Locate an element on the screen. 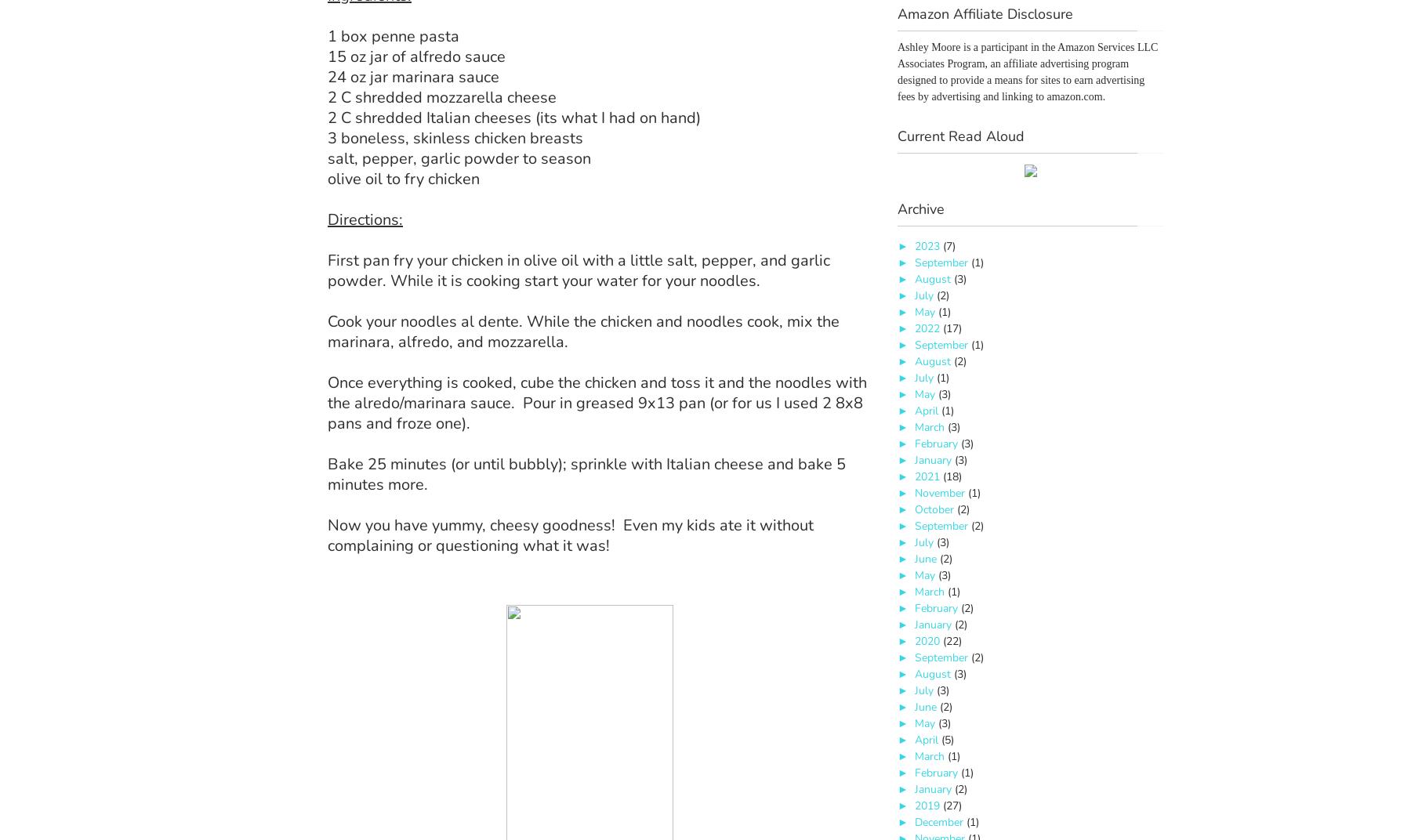  '2 C shredded Italian cheeses (its what I had on hand)' is located at coordinates (513, 117).